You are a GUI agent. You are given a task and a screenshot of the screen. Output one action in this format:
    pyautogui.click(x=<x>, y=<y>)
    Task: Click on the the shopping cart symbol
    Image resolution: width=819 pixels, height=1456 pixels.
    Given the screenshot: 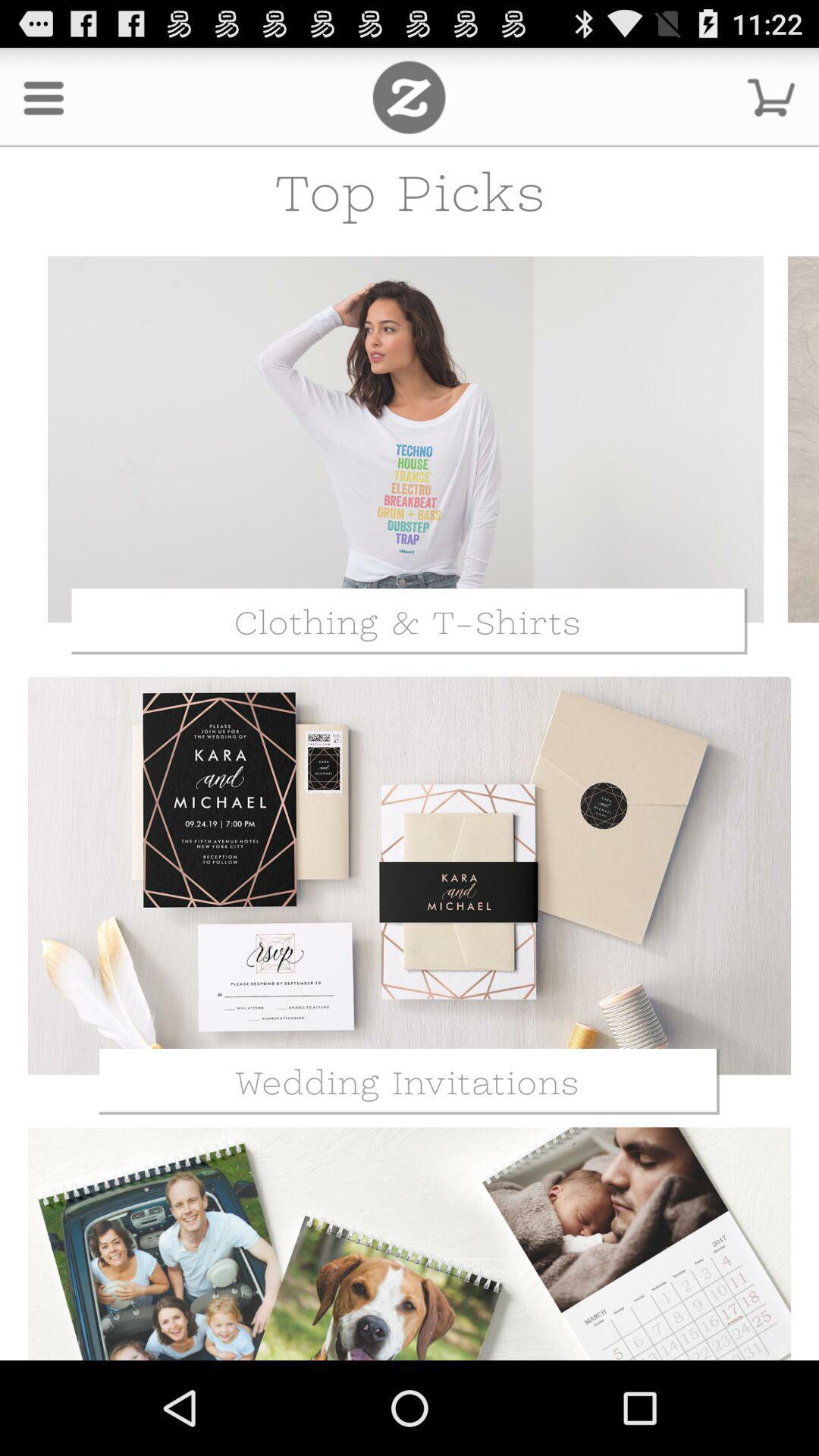 What is the action you would take?
    pyautogui.click(x=771, y=96)
    